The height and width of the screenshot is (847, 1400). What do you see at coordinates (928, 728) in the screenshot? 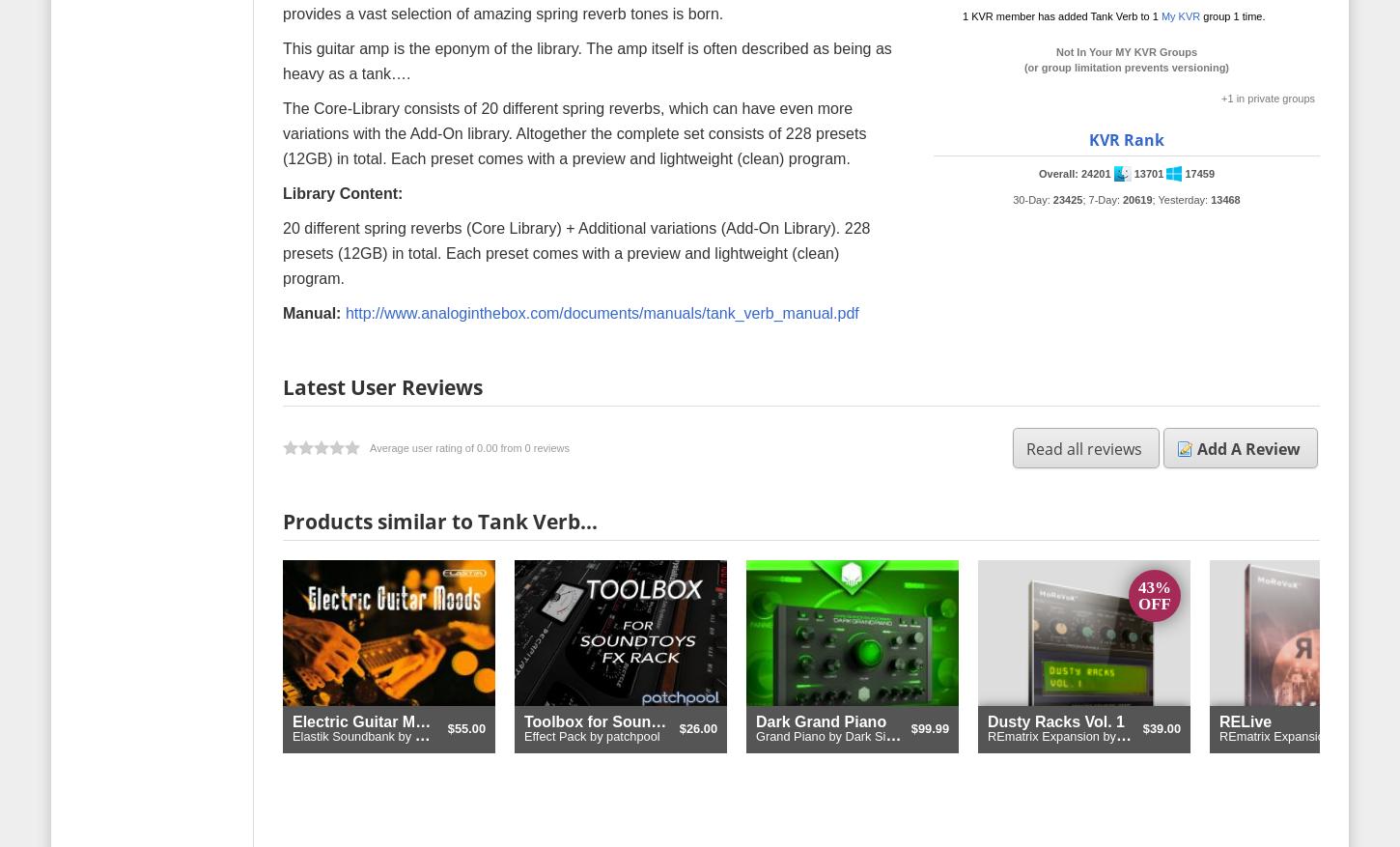
I see `'$99.99'` at bounding box center [928, 728].